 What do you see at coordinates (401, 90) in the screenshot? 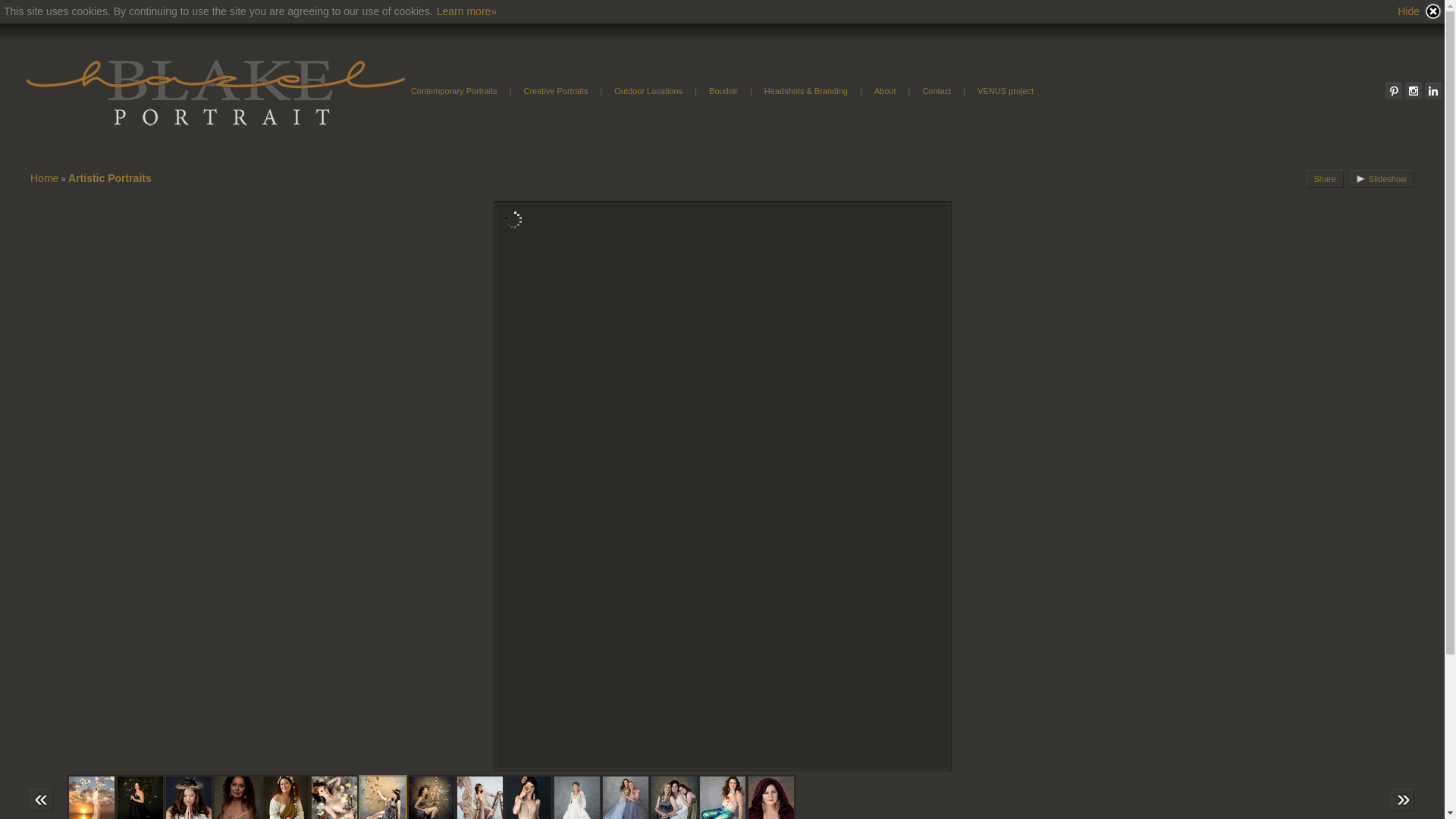
I see `'Contemporary Portraits'` at bounding box center [401, 90].